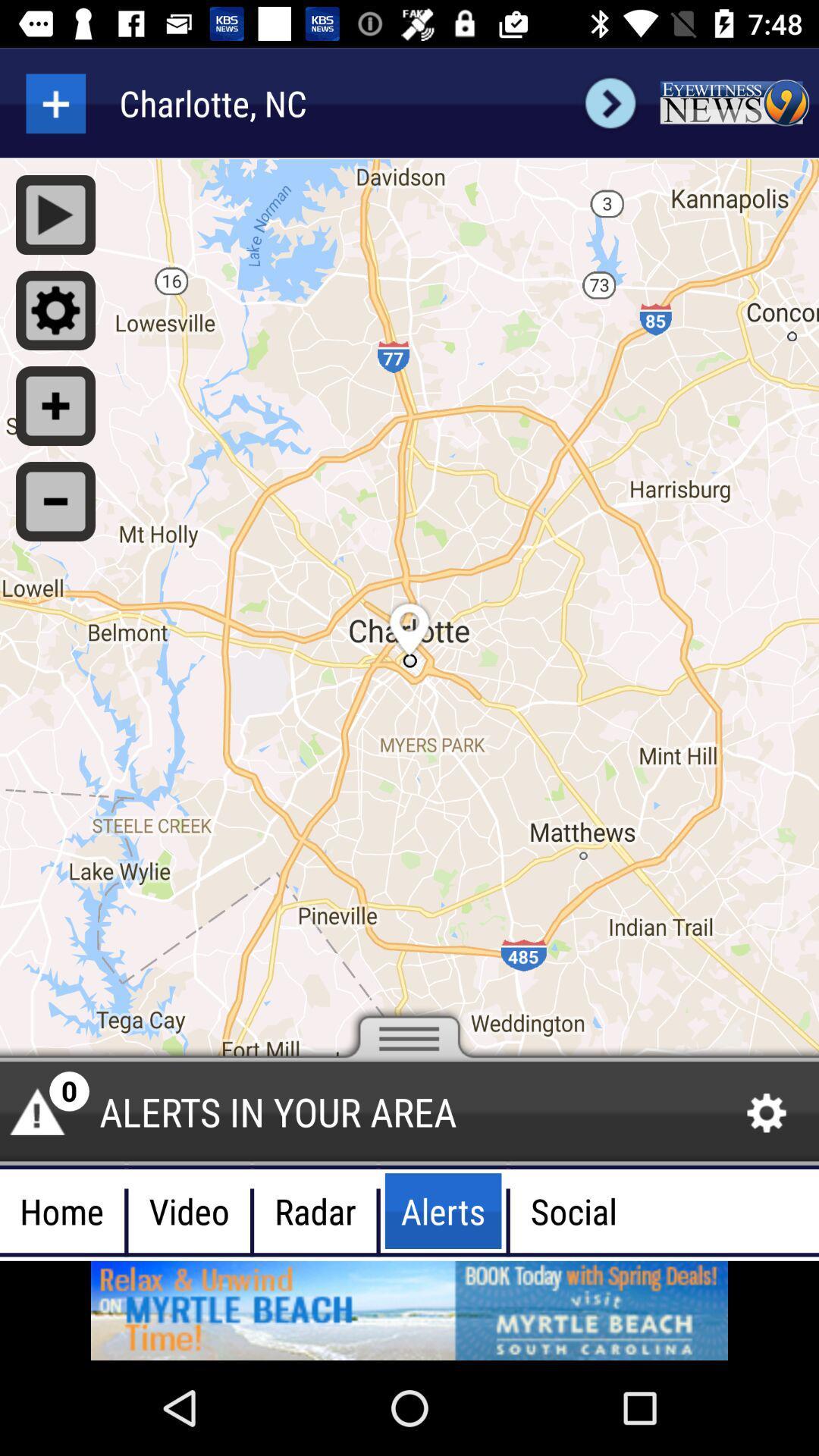  What do you see at coordinates (733, 102) in the screenshot?
I see `advertisement` at bounding box center [733, 102].